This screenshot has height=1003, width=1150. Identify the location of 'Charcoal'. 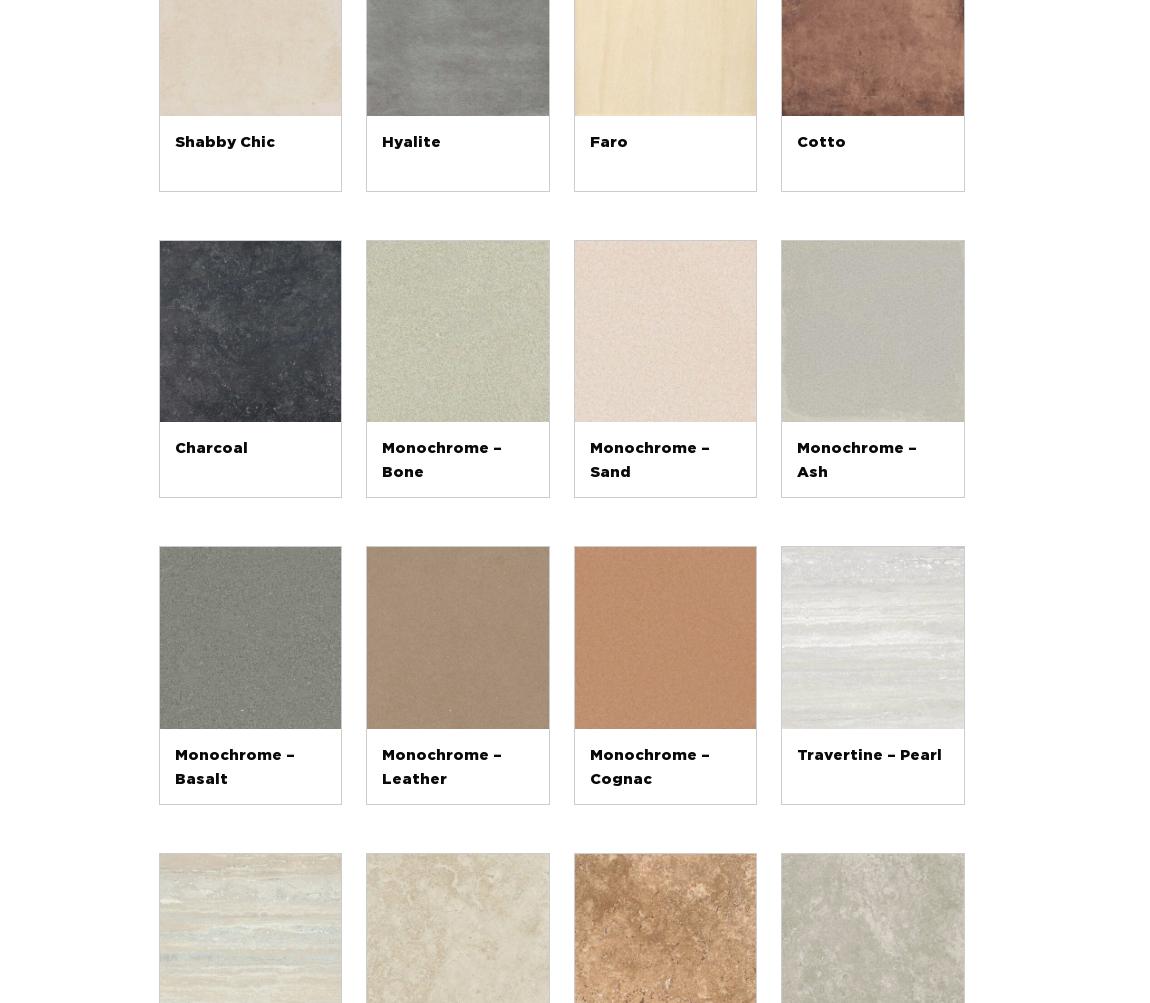
(209, 448).